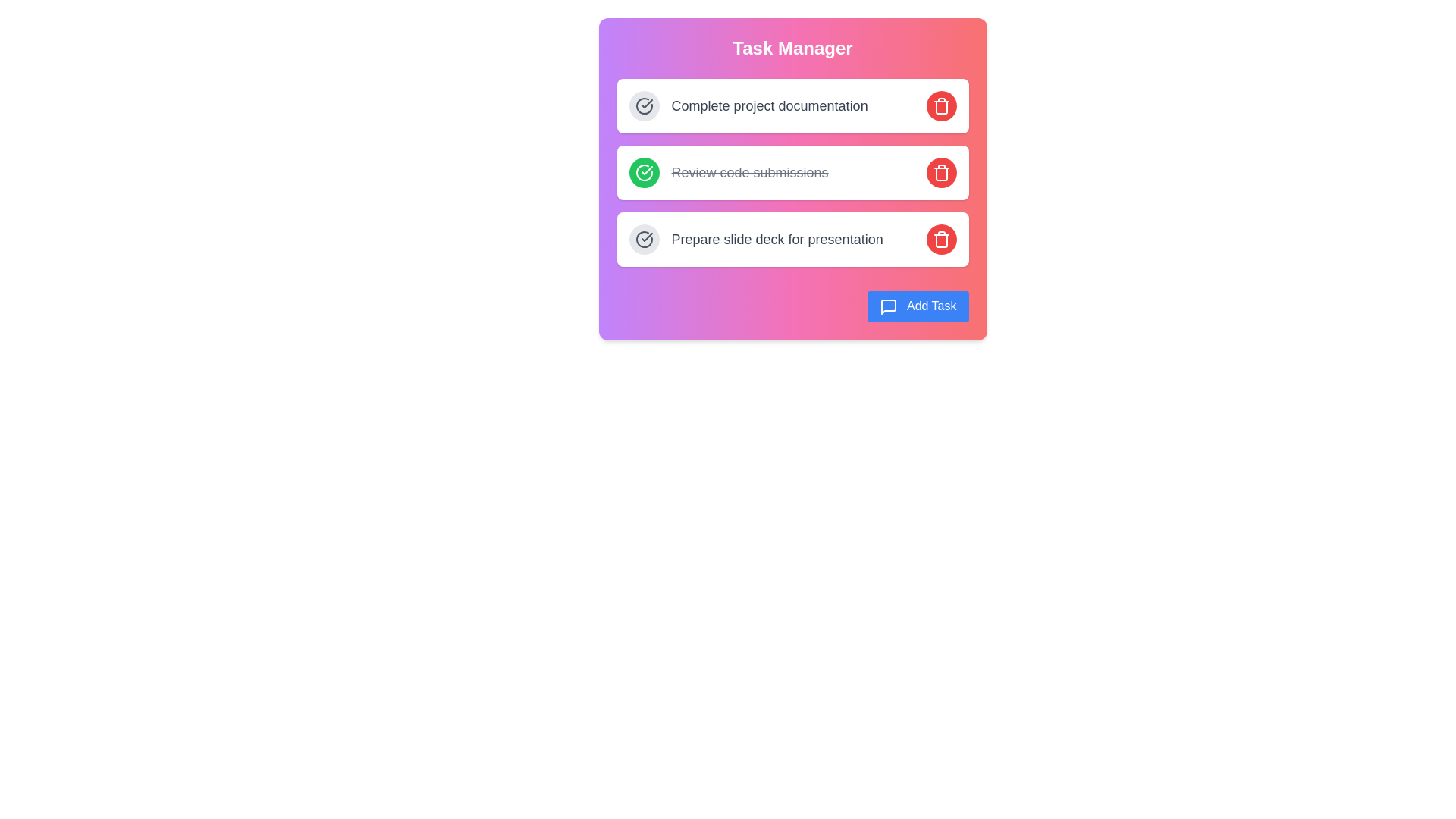 Image resolution: width=1456 pixels, height=819 pixels. What do you see at coordinates (728, 171) in the screenshot?
I see `the strikethrough text 'Review code submissions' with a green circular icon and white checkmark, which is the middle item in a task manager interface` at bounding box center [728, 171].